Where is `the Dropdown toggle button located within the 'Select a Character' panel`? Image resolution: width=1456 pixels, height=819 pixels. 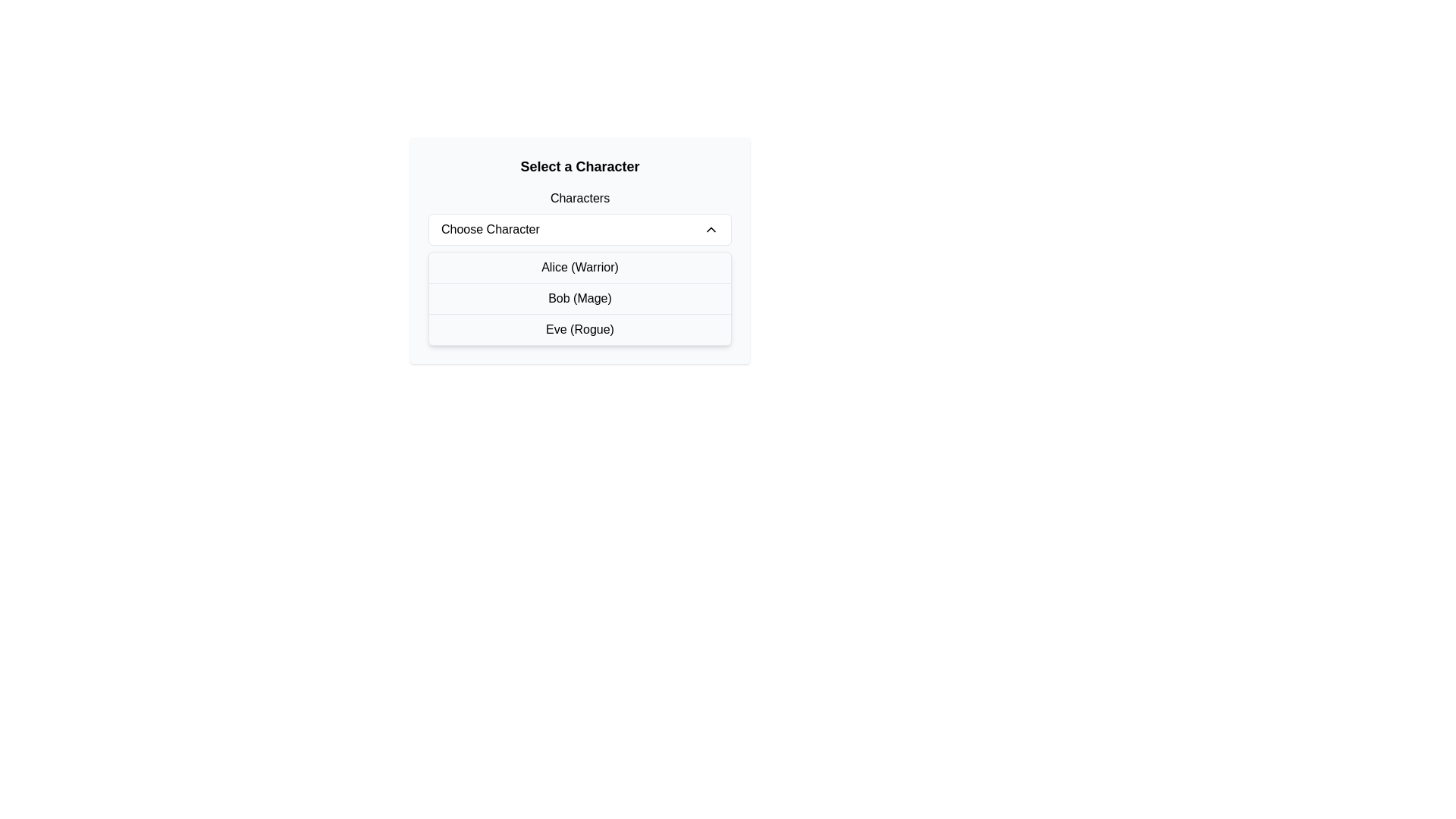
the Dropdown toggle button located within the 'Select a Character' panel is located at coordinates (579, 230).